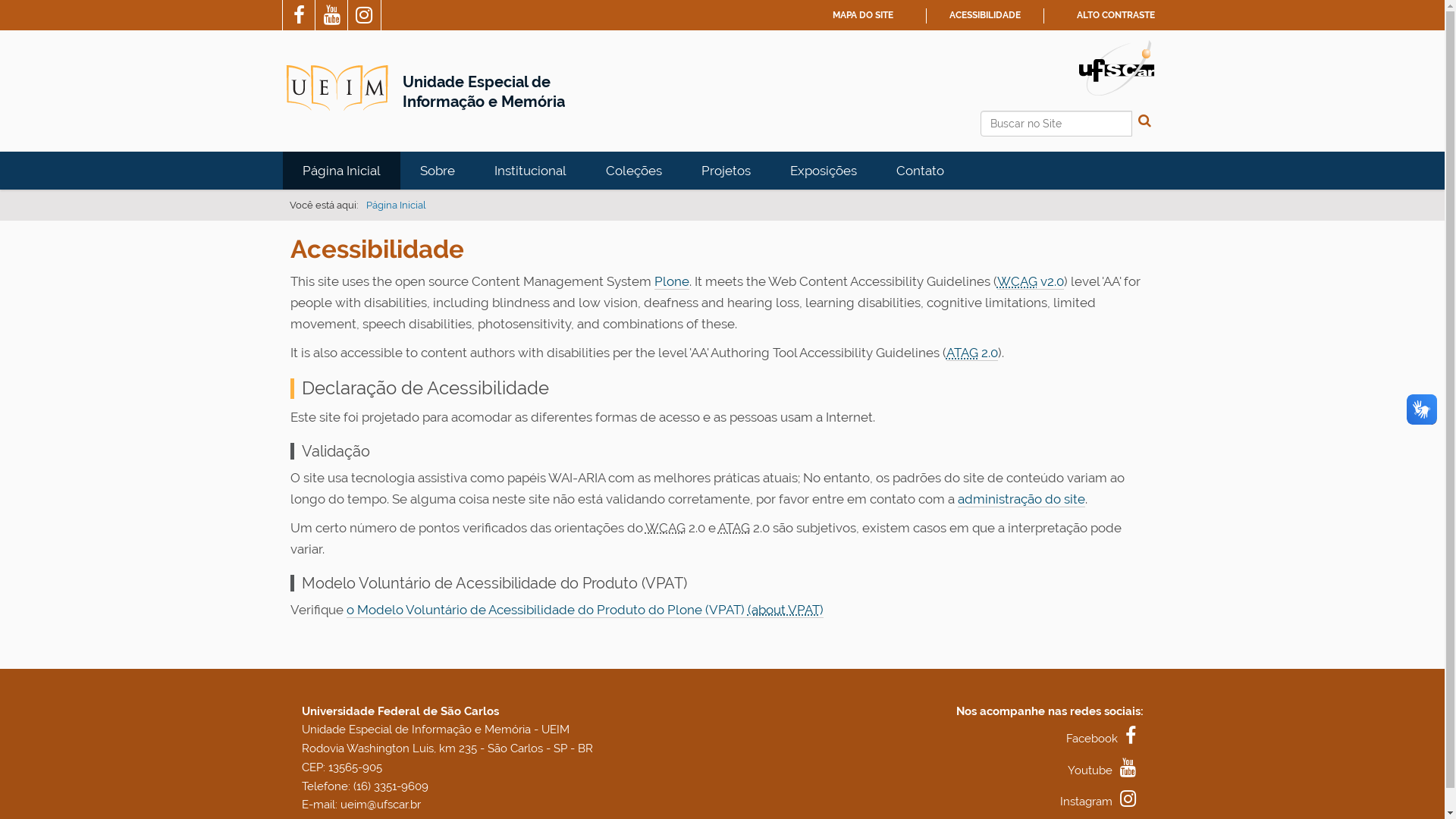 This screenshot has width=1456, height=819. I want to click on 'WCAG v2.0', so click(1030, 281).